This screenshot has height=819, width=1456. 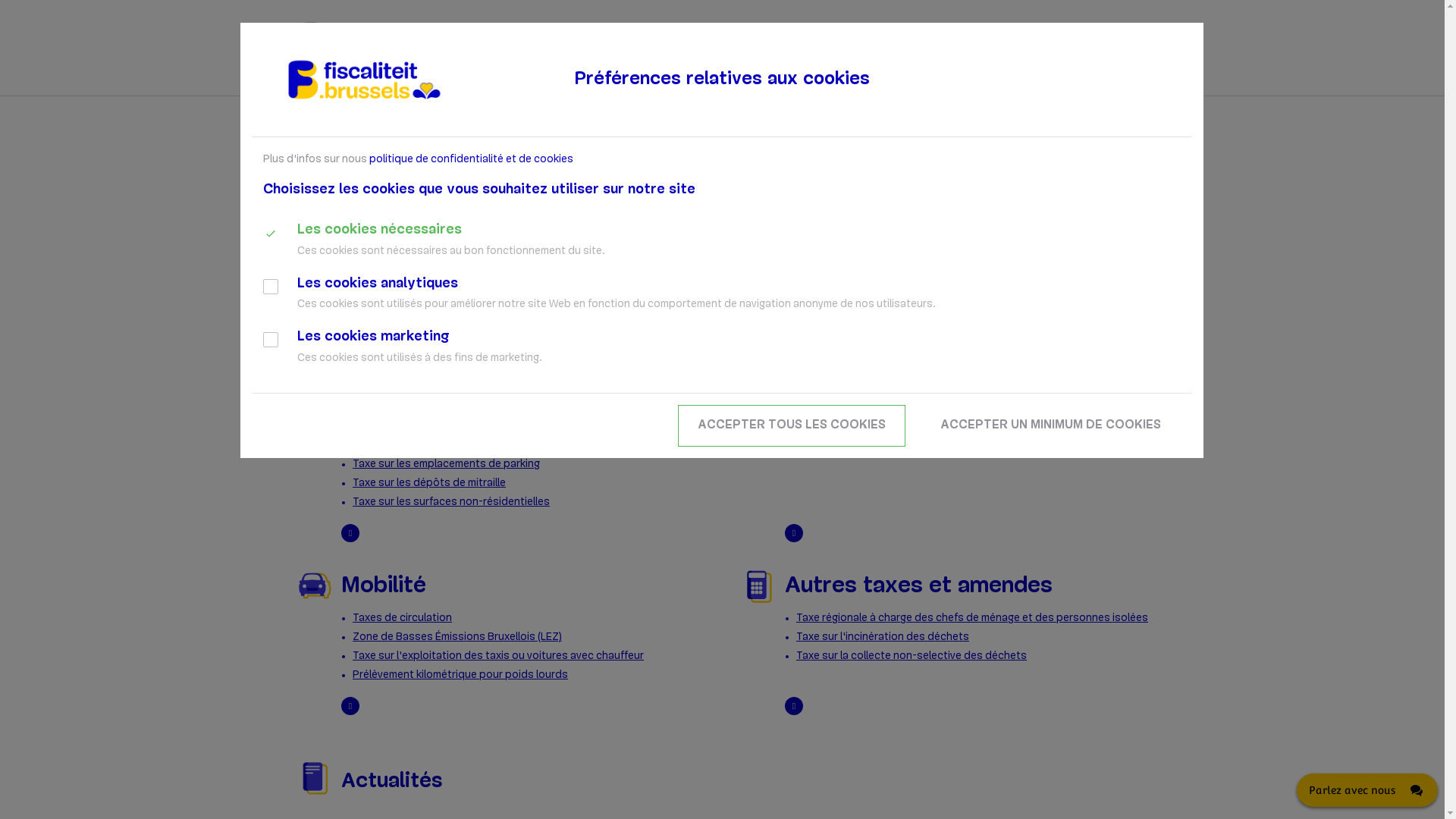 What do you see at coordinates (1077, 83) in the screenshot?
I see `'AIDE'` at bounding box center [1077, 83].